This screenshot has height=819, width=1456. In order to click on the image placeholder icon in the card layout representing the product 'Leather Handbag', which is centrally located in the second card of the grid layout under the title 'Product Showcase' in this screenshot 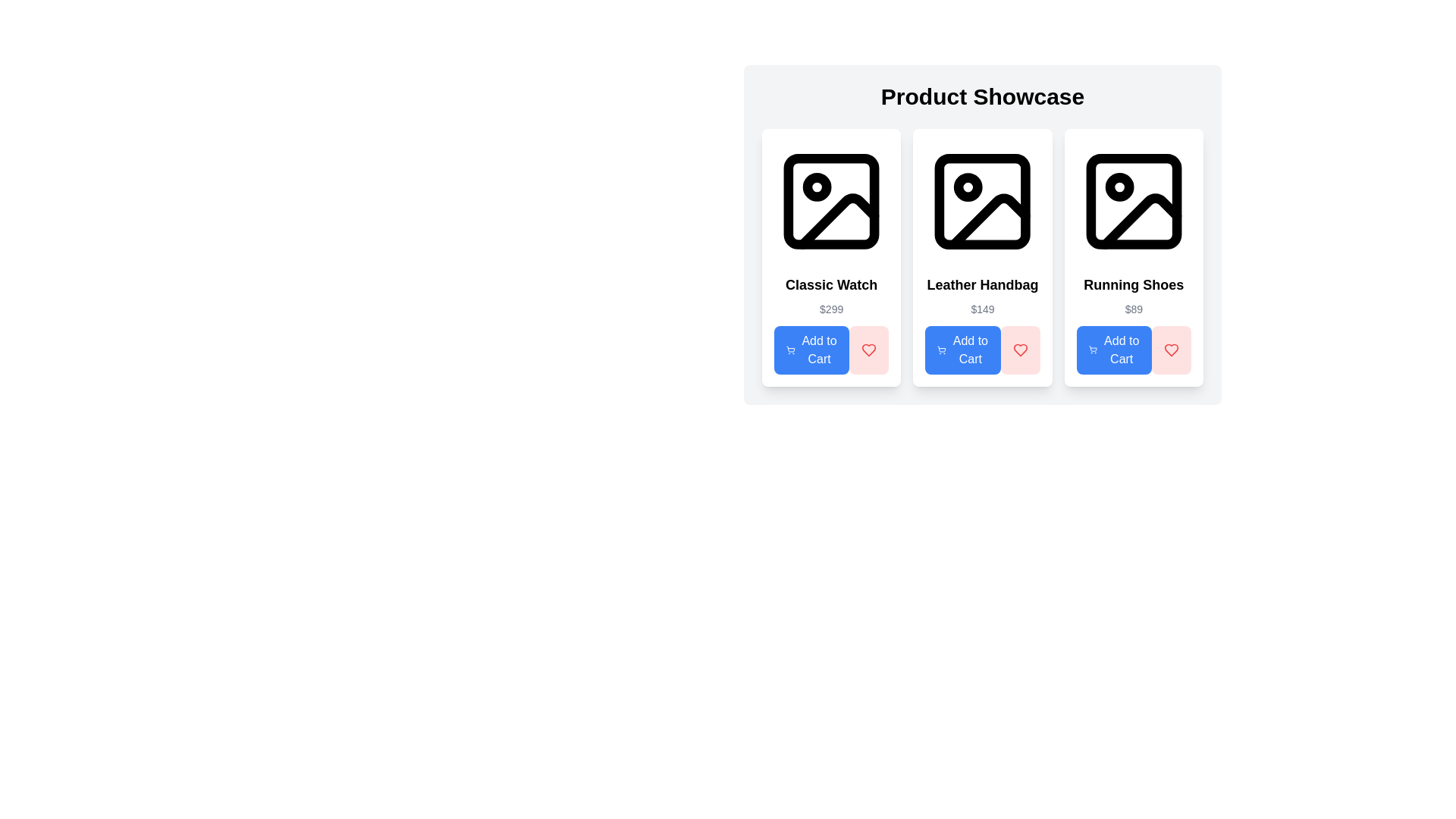, I will do `click(983, 234)`.